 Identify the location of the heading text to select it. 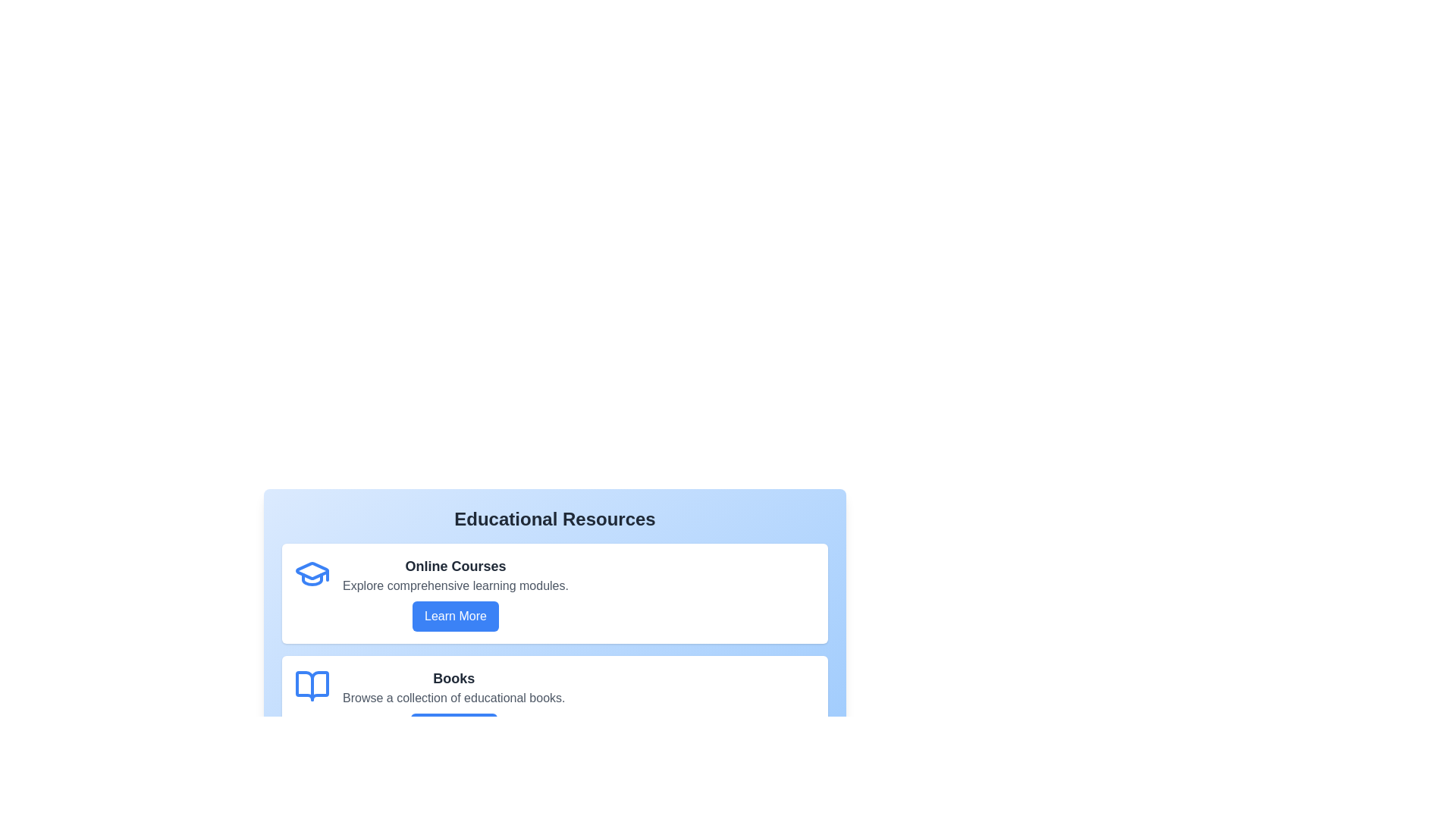
(554, 519).